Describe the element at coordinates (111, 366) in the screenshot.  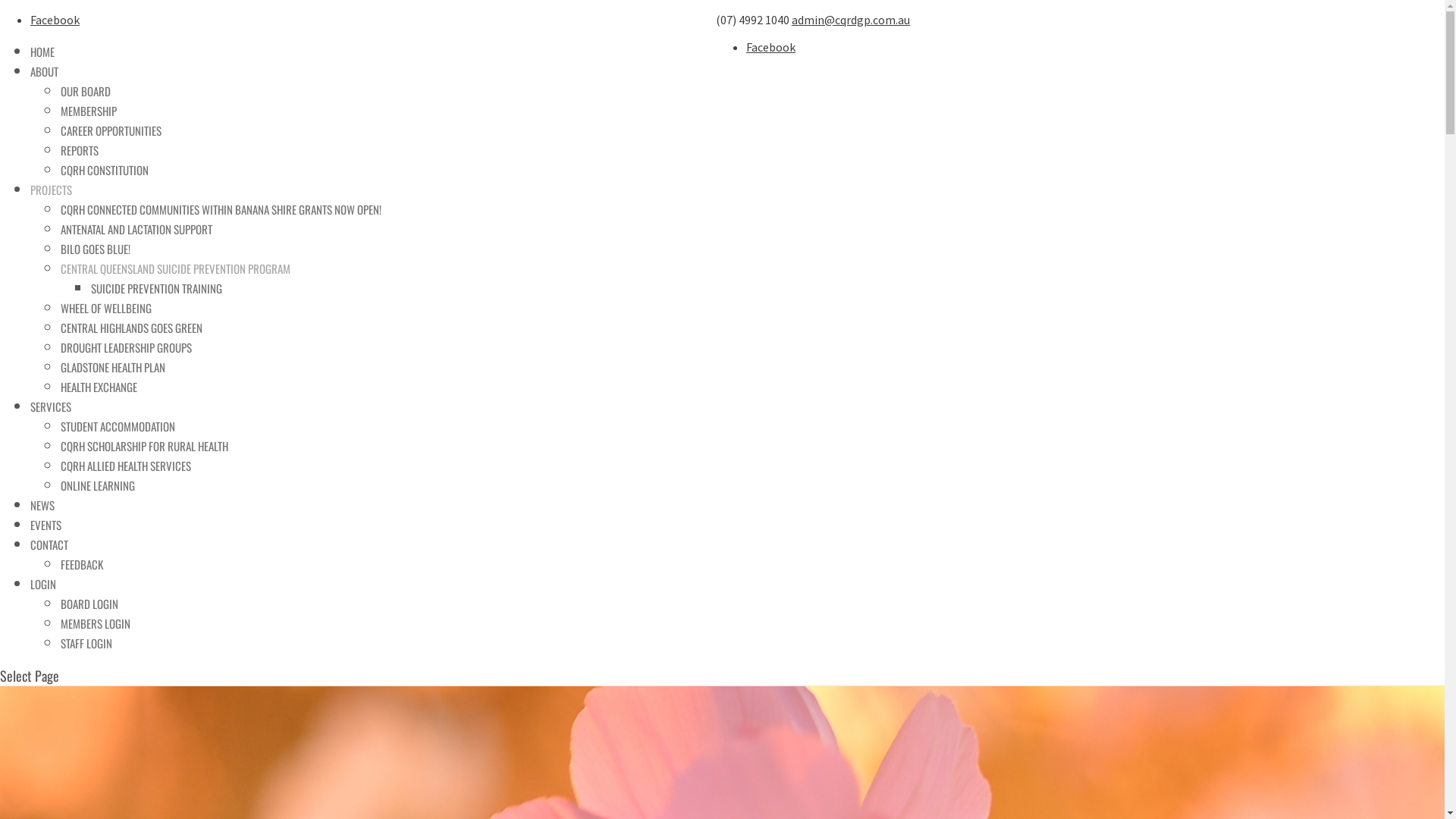
I see `'GLADSTONE HEALTH PLAN'` at that location.